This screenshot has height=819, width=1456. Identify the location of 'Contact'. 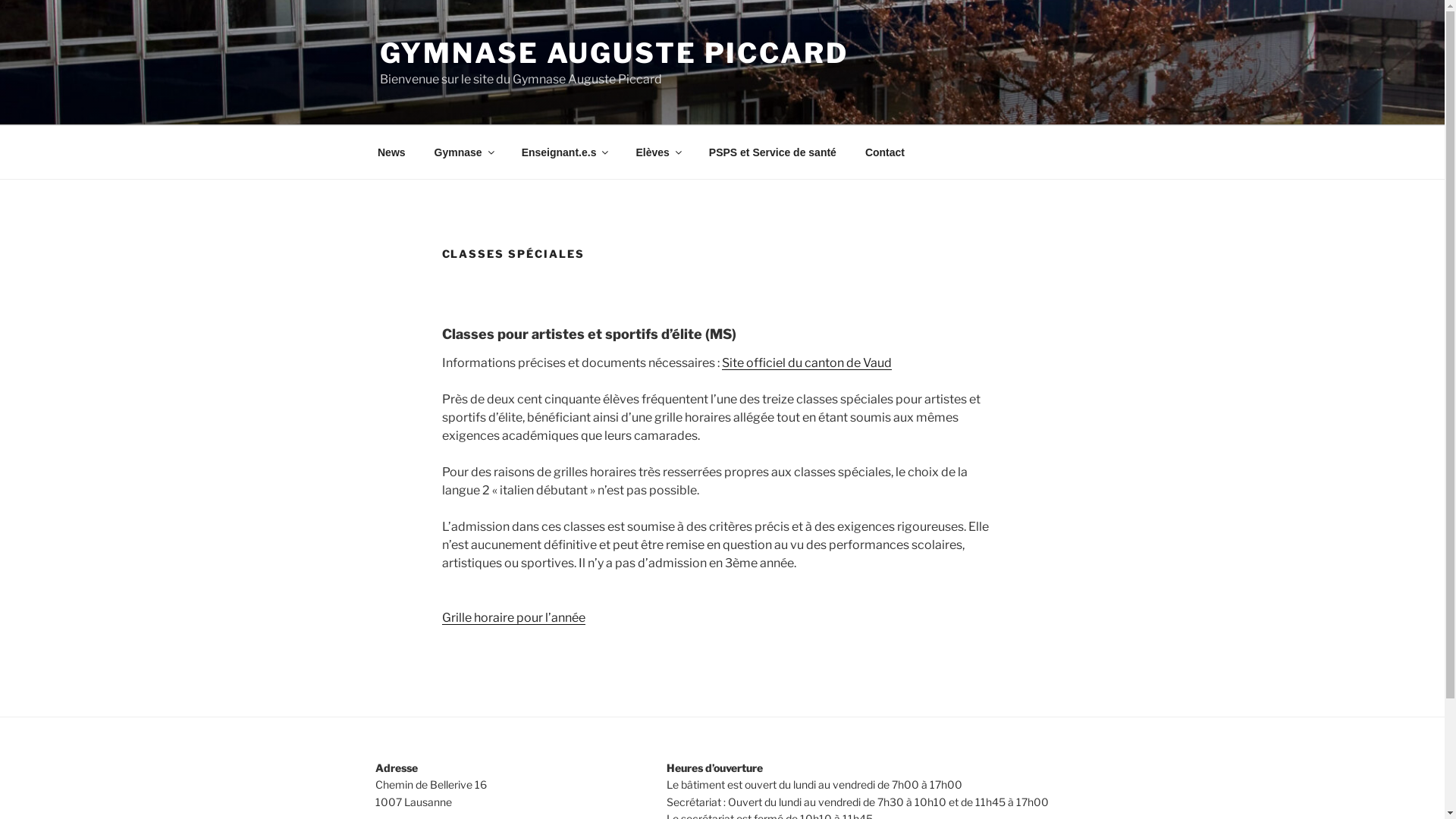
(884, 152).